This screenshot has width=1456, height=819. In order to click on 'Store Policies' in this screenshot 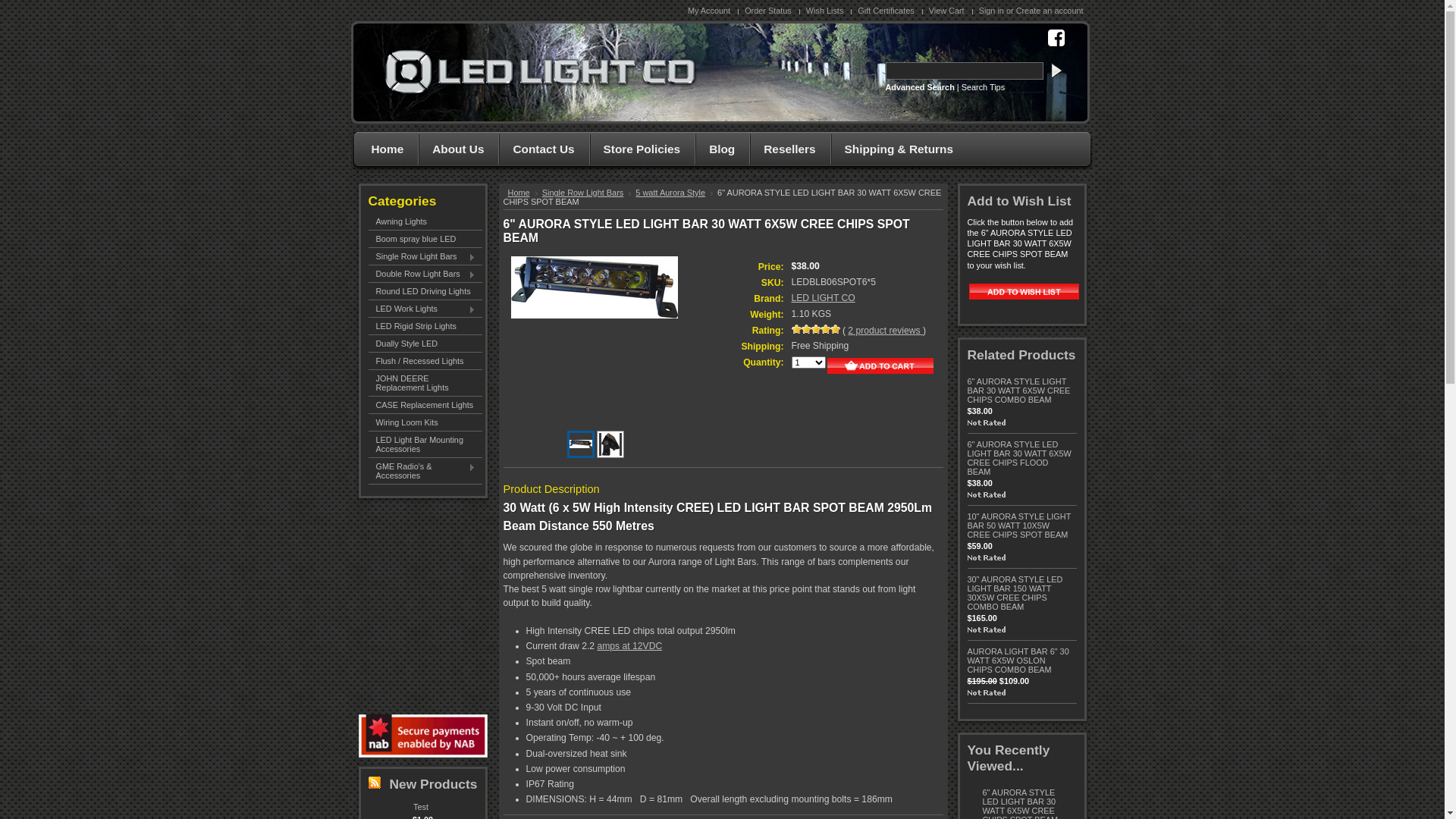, I will do `click(638, 150)`.